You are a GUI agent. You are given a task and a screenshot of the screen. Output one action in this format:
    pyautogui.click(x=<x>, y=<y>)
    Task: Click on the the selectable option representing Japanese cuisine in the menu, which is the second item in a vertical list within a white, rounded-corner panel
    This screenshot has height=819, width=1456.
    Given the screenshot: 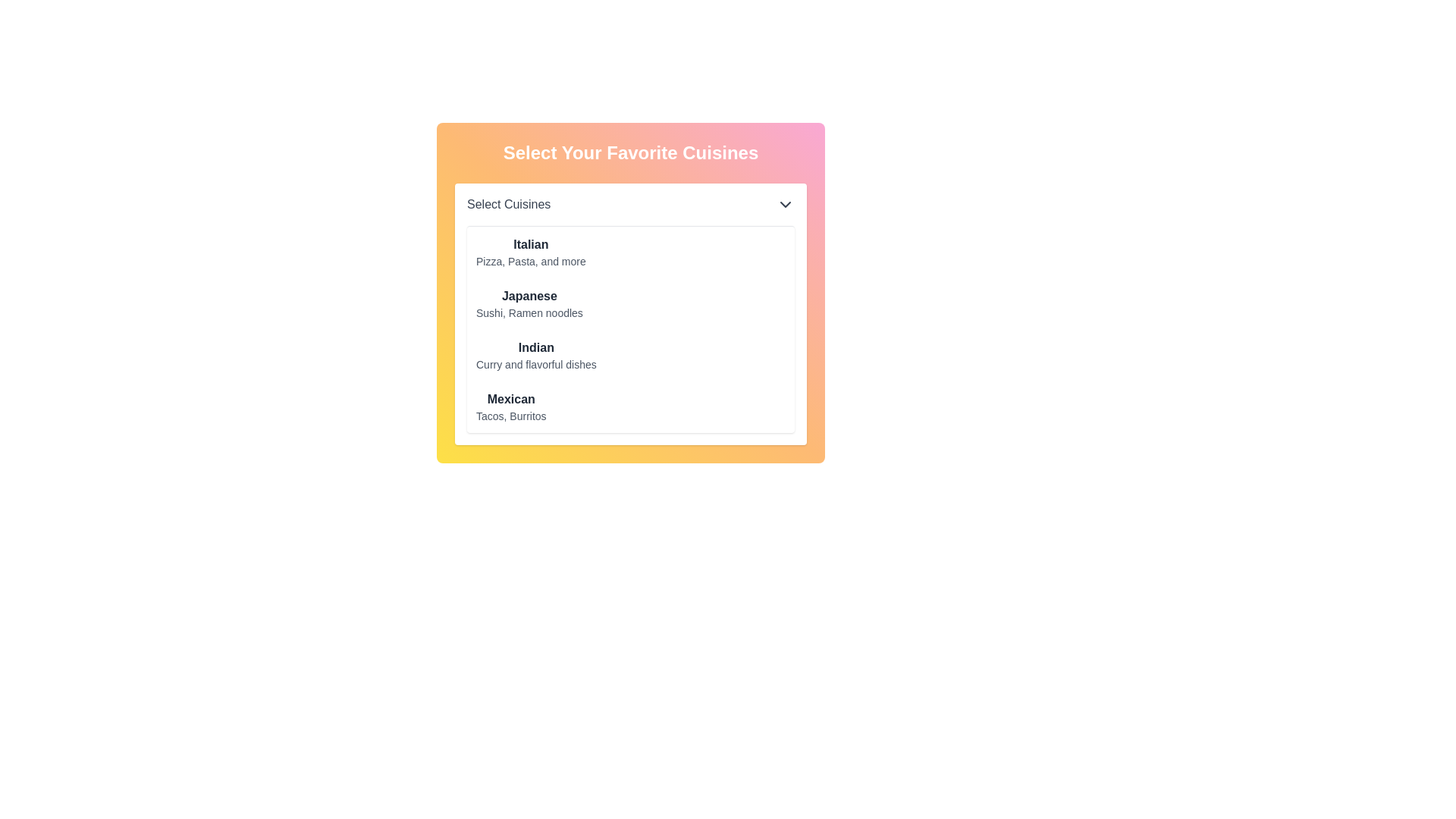 What is the action you would take?
    pyautogui.click(x=529, y=304)
    